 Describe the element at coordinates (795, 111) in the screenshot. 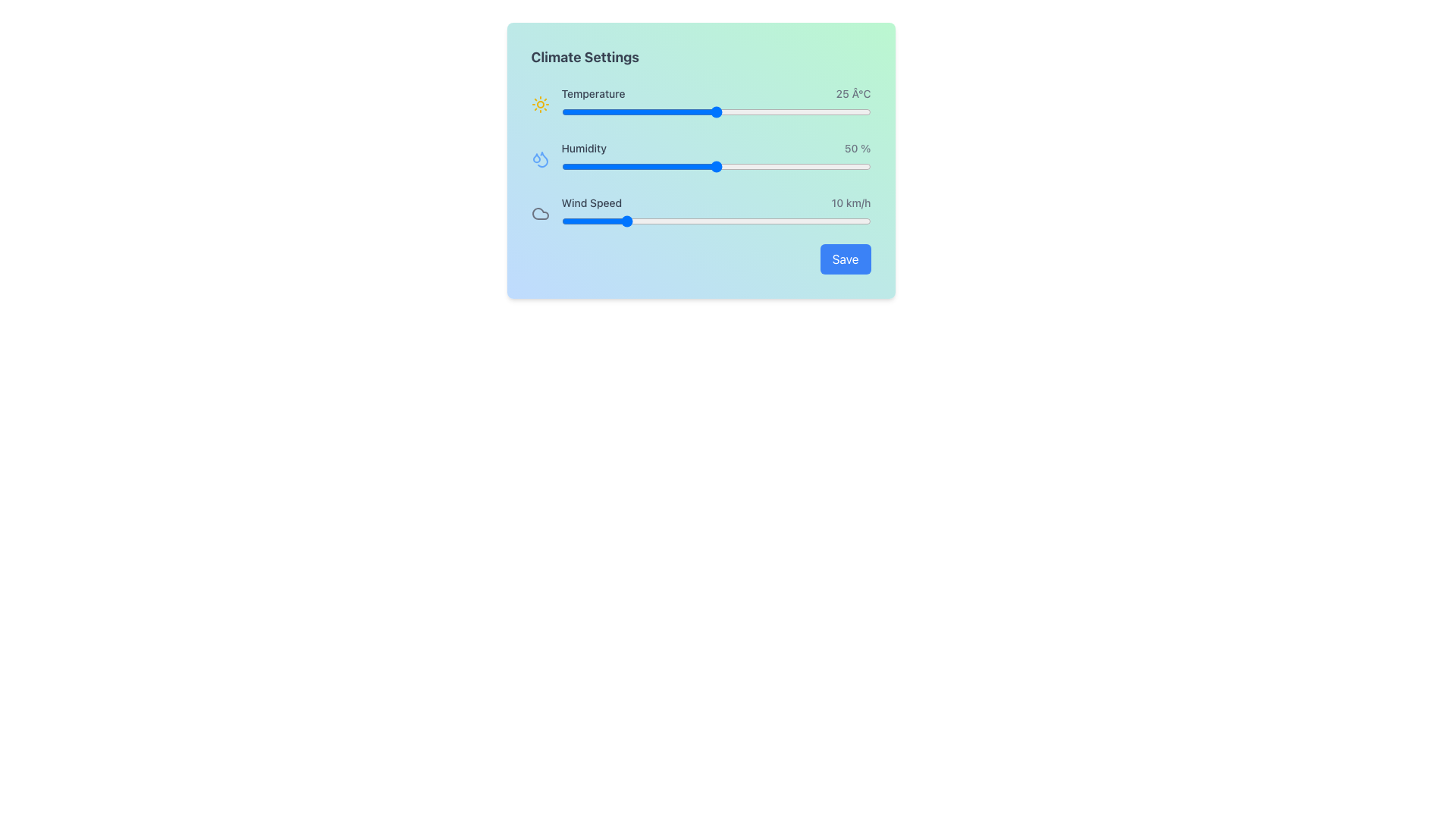

I see `the slider` at that location.